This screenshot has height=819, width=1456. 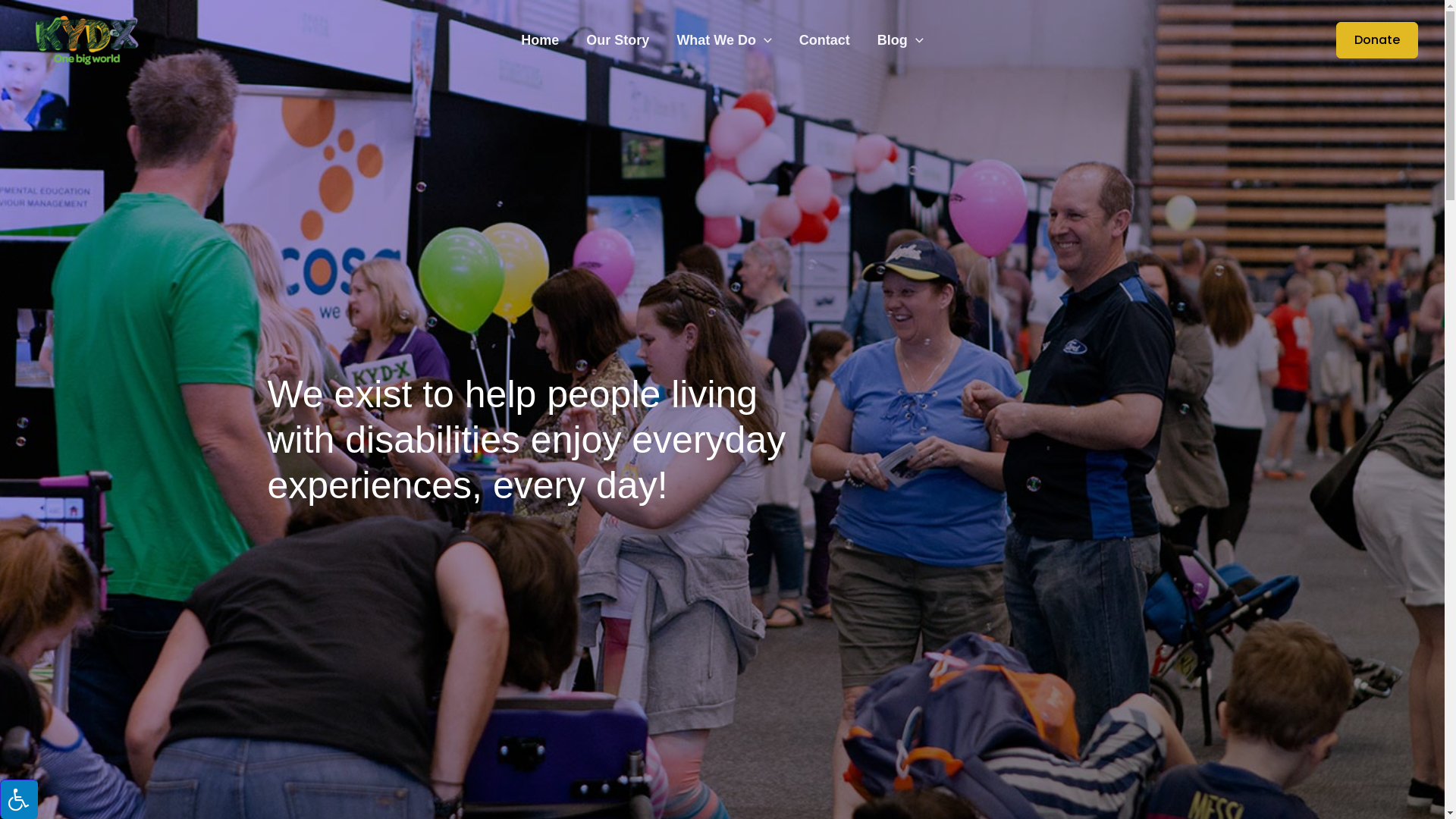 I want to click on 'Blog', so click(x=900, y=39).